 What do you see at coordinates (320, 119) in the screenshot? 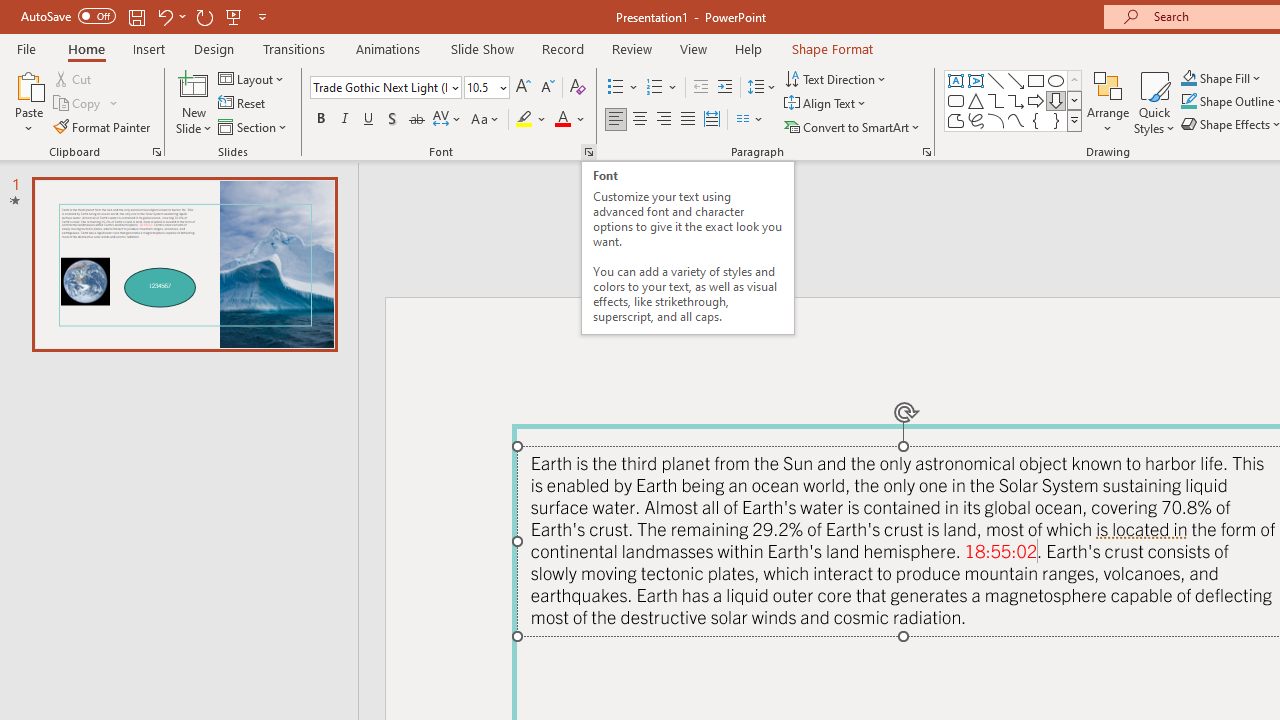
I see `'Bold'` at bounding box center [320, 119].